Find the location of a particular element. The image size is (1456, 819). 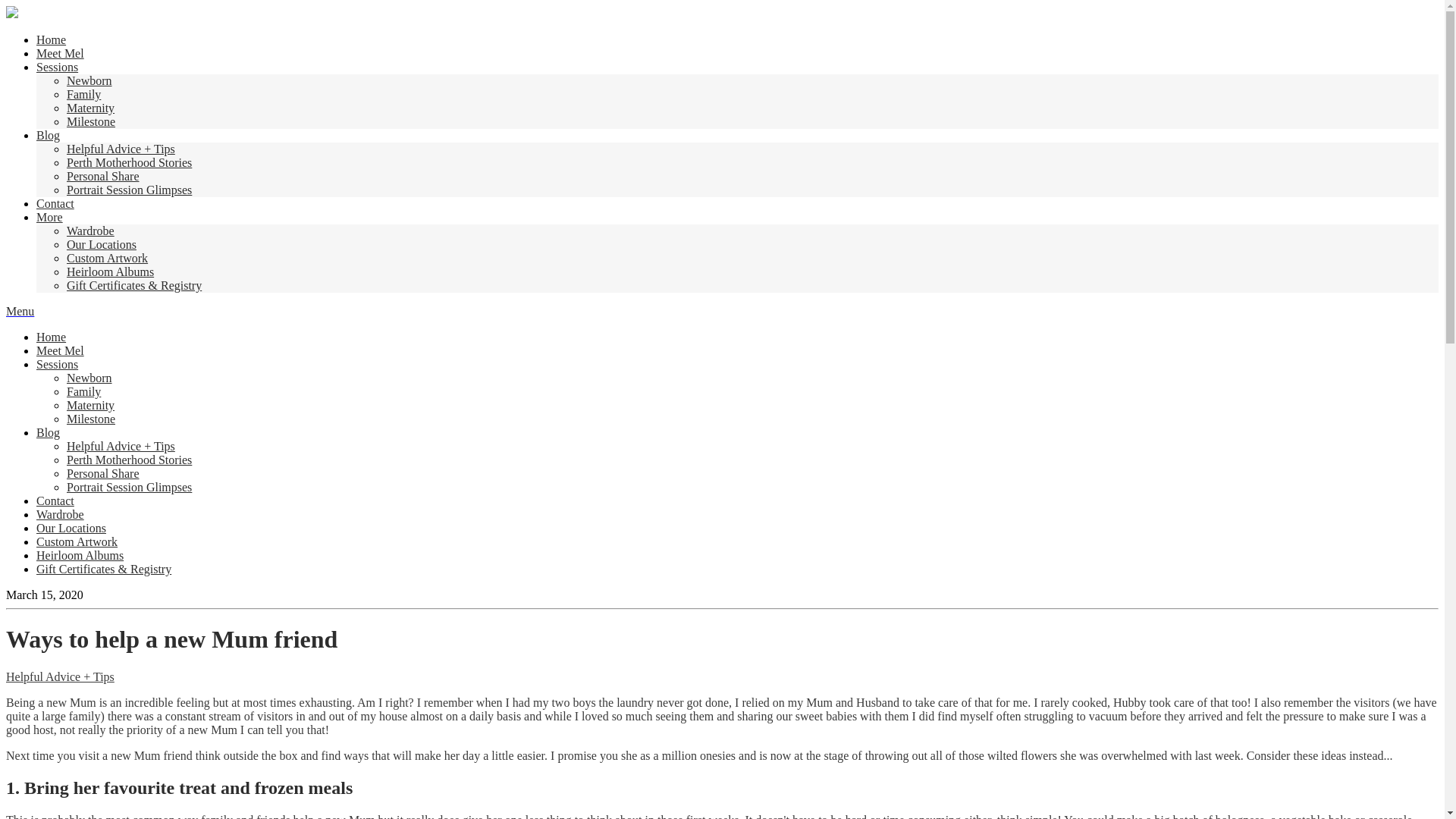

'Menu' is located at coordinates (20, 310).